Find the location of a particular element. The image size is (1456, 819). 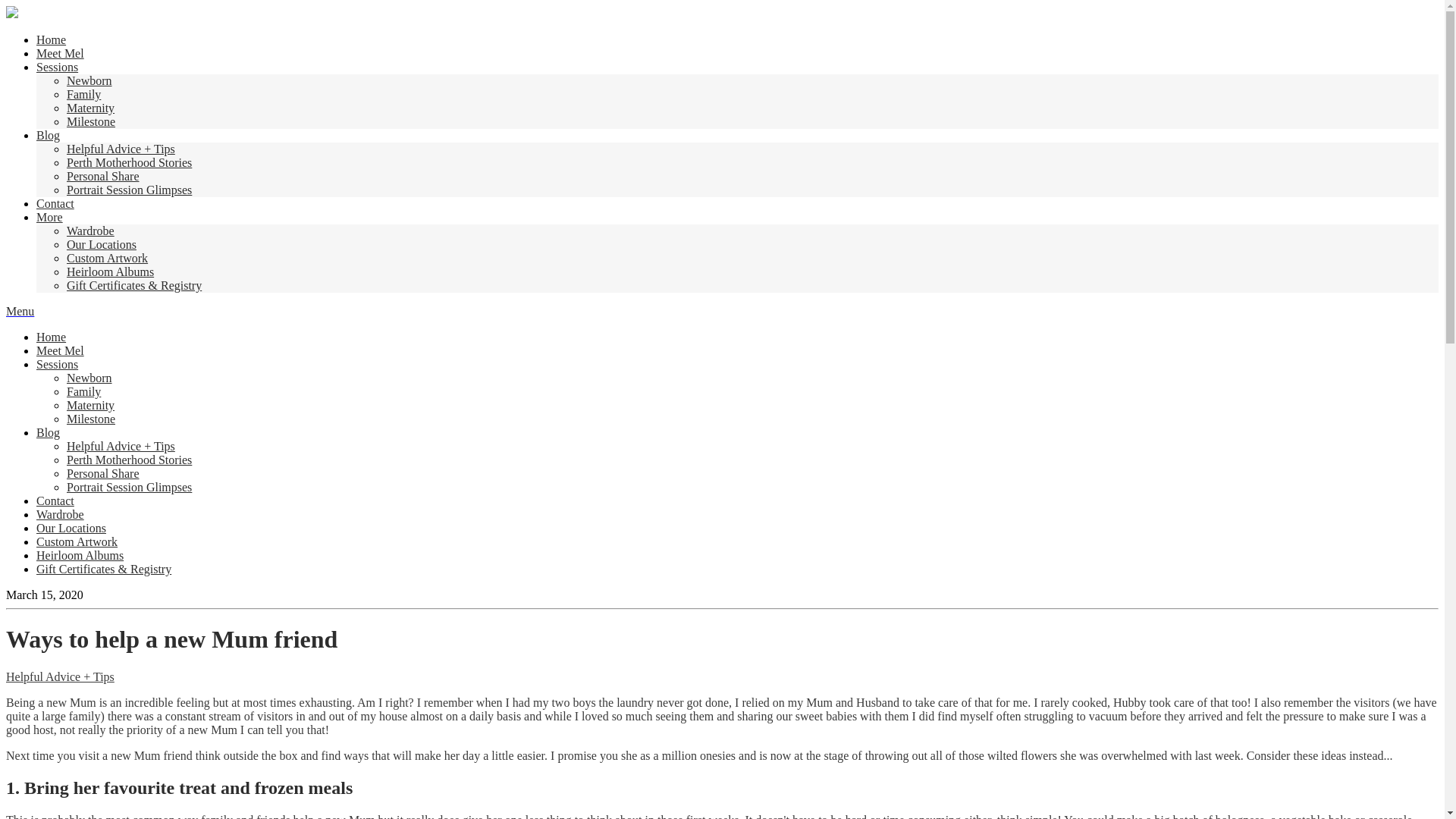

'Menu' is located at coordinates (20, 310).